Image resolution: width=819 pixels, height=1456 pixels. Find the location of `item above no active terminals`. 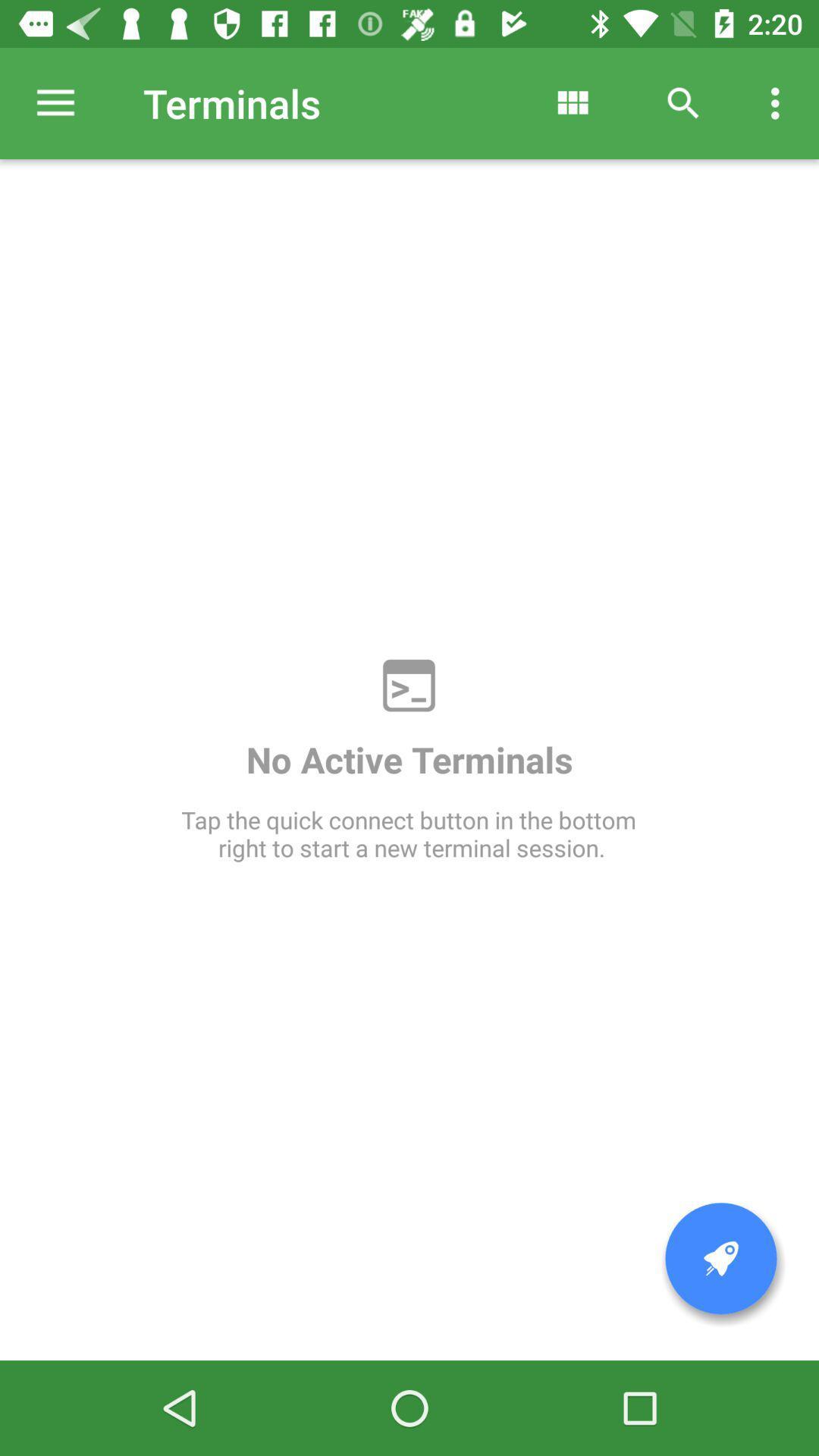

item above no active terminals is located at coordinates (572, 102).